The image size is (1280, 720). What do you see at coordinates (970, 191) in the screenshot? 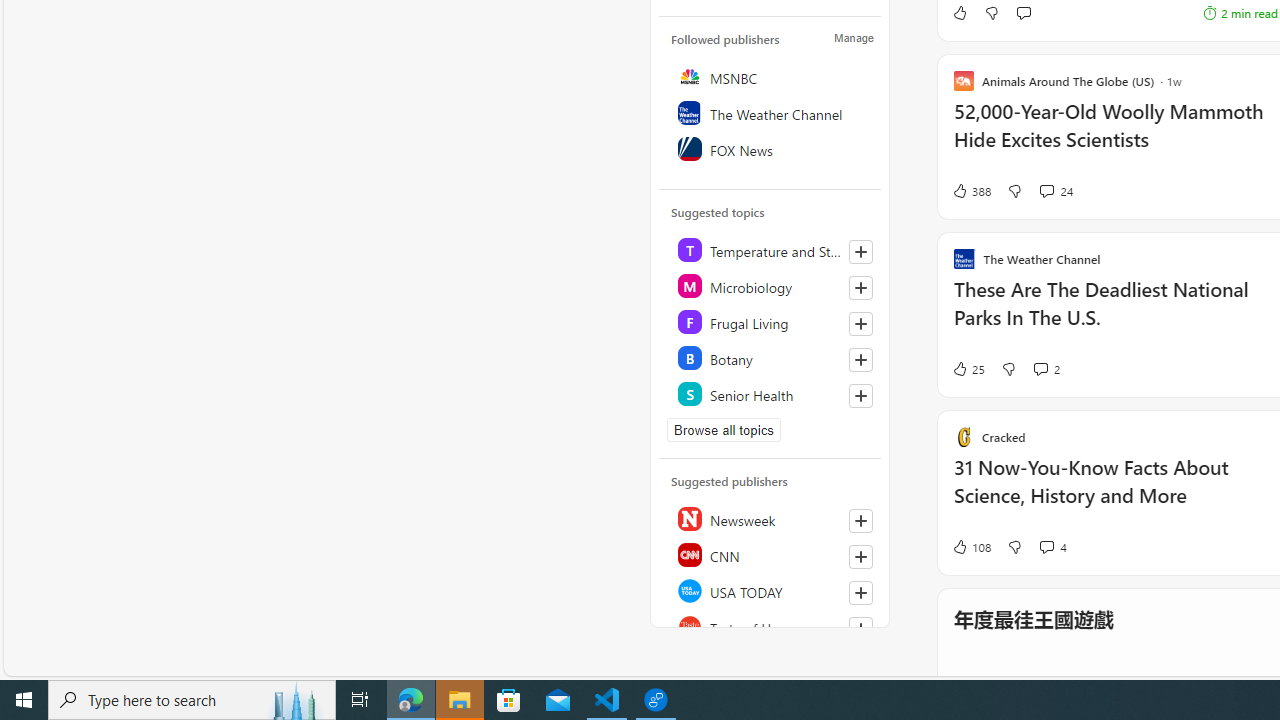
I see `'388 Like'` at bounding box center [970, 191].